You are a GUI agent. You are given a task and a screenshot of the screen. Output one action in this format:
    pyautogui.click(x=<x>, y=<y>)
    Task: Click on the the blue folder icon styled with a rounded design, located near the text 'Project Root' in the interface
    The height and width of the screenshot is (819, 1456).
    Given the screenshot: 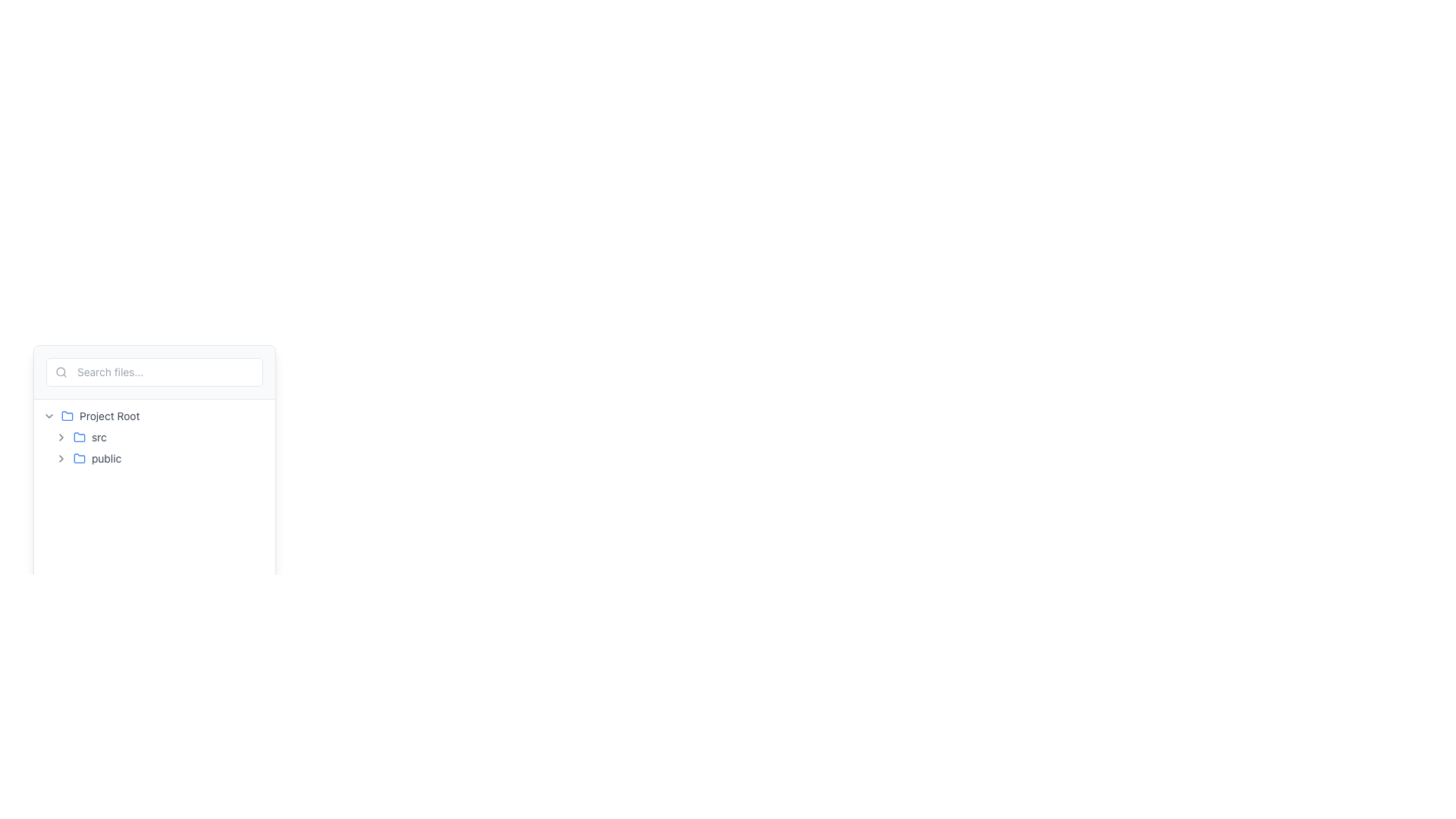 What is the action you would take?
    pyautogui.click(x=67, y=416)
    